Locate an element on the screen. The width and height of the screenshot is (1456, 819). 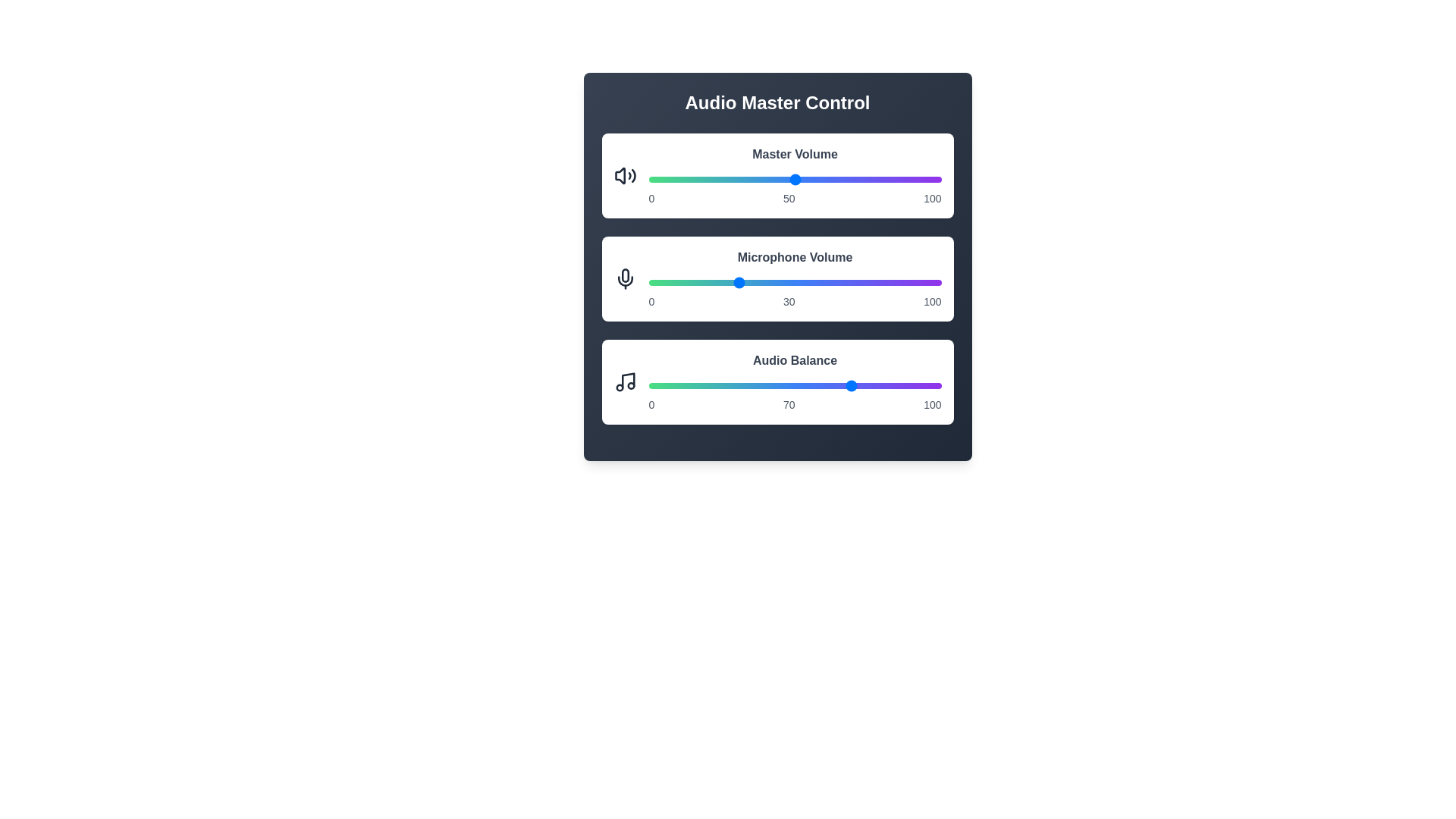
the Audio Balance slider to 81% is located at coordinates (886, 385).